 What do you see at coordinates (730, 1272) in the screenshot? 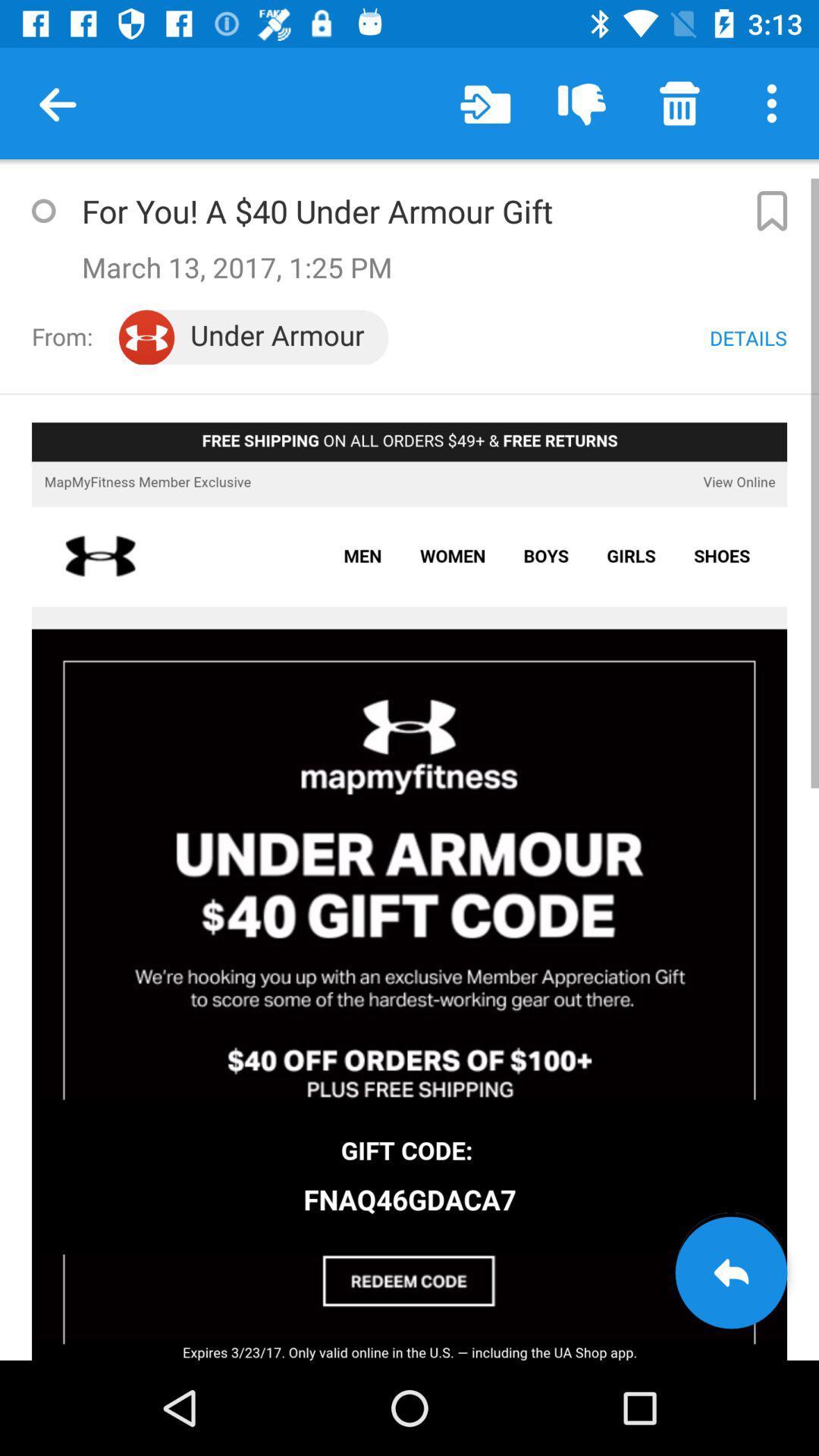
I see `send button` at bounding box center [730, 1272].